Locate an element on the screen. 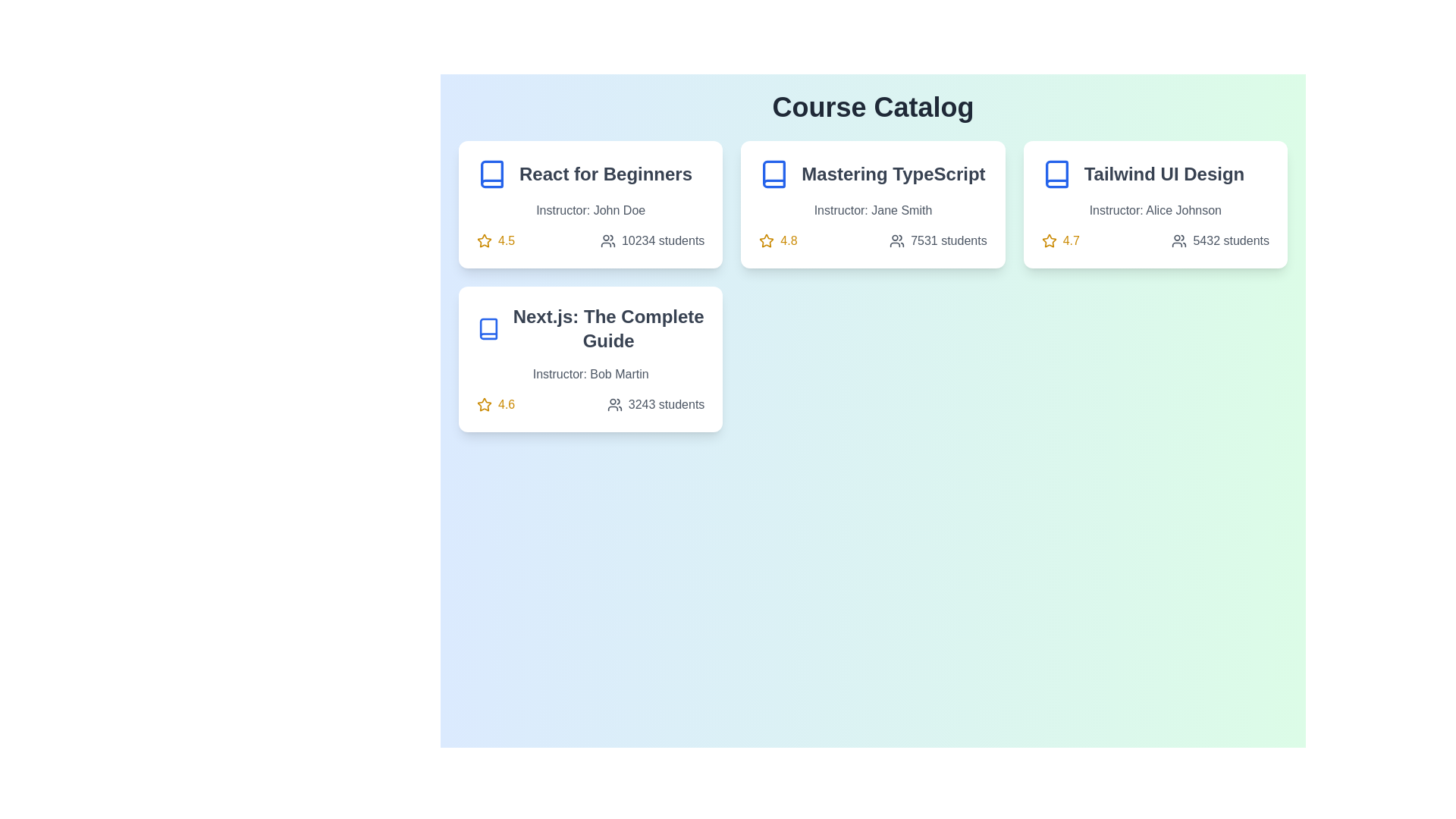 This screenshot has width=1456, height=819. the rating display component is located at coordinates (496, 403).